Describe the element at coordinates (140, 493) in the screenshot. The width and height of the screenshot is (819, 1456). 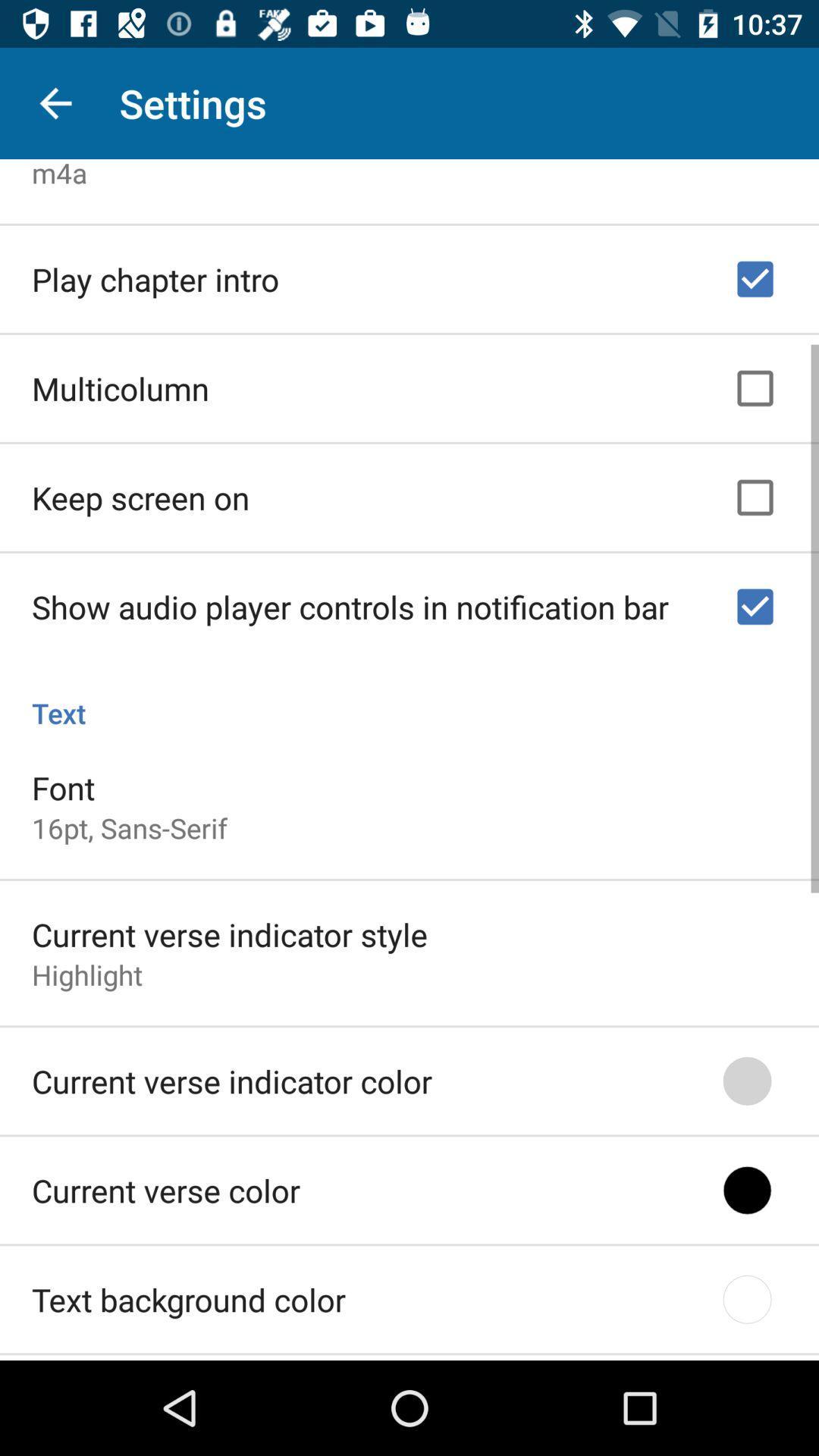
I see `the icon above the show audio player` at that location.